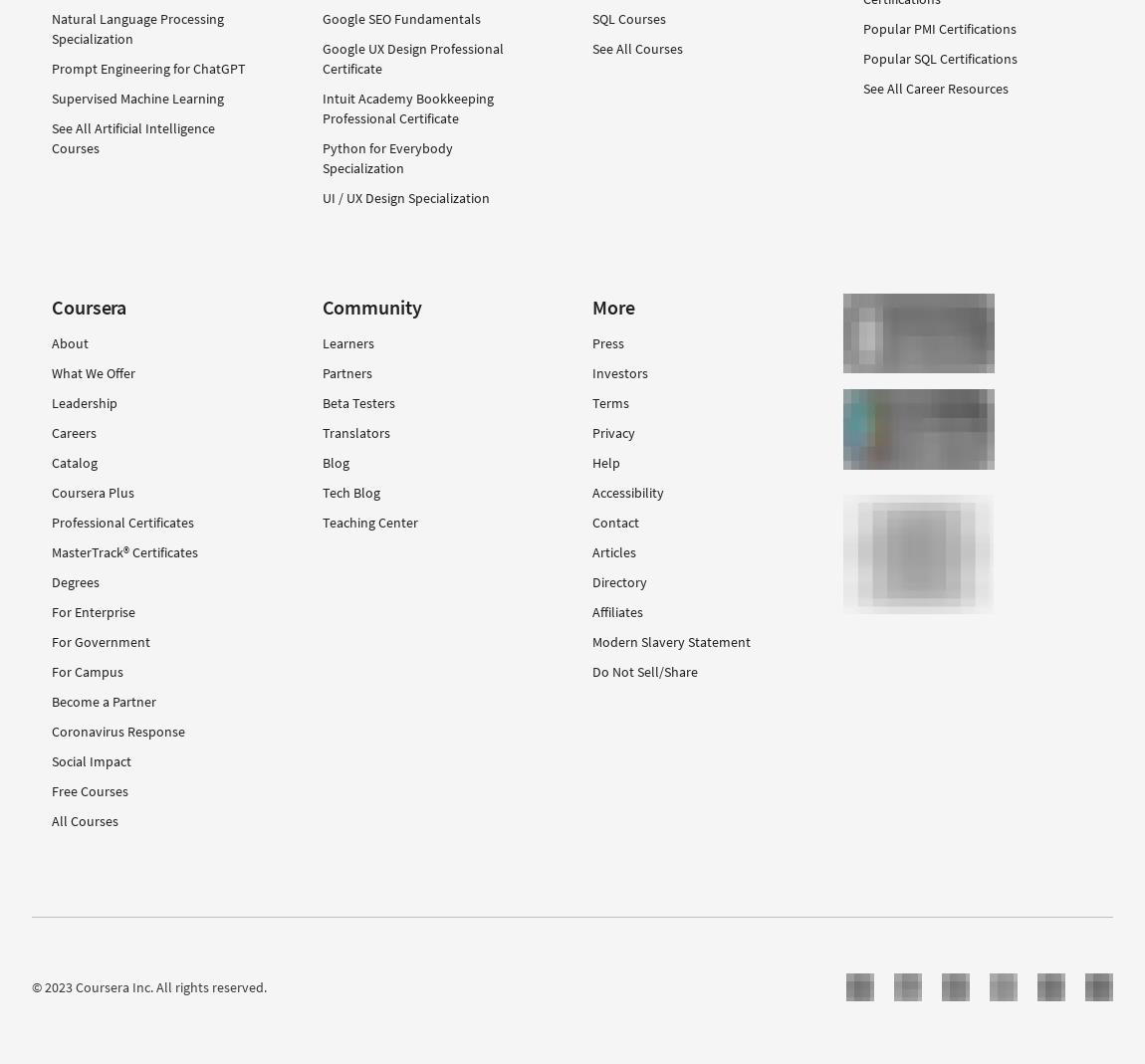 Image resolution: width=1145 pixels, height=1064 pixels. What do you see at coordinates (939, 27) in the screenshot?
I see `'Popular PMI Certifications'` at bounding box center [939, 27].